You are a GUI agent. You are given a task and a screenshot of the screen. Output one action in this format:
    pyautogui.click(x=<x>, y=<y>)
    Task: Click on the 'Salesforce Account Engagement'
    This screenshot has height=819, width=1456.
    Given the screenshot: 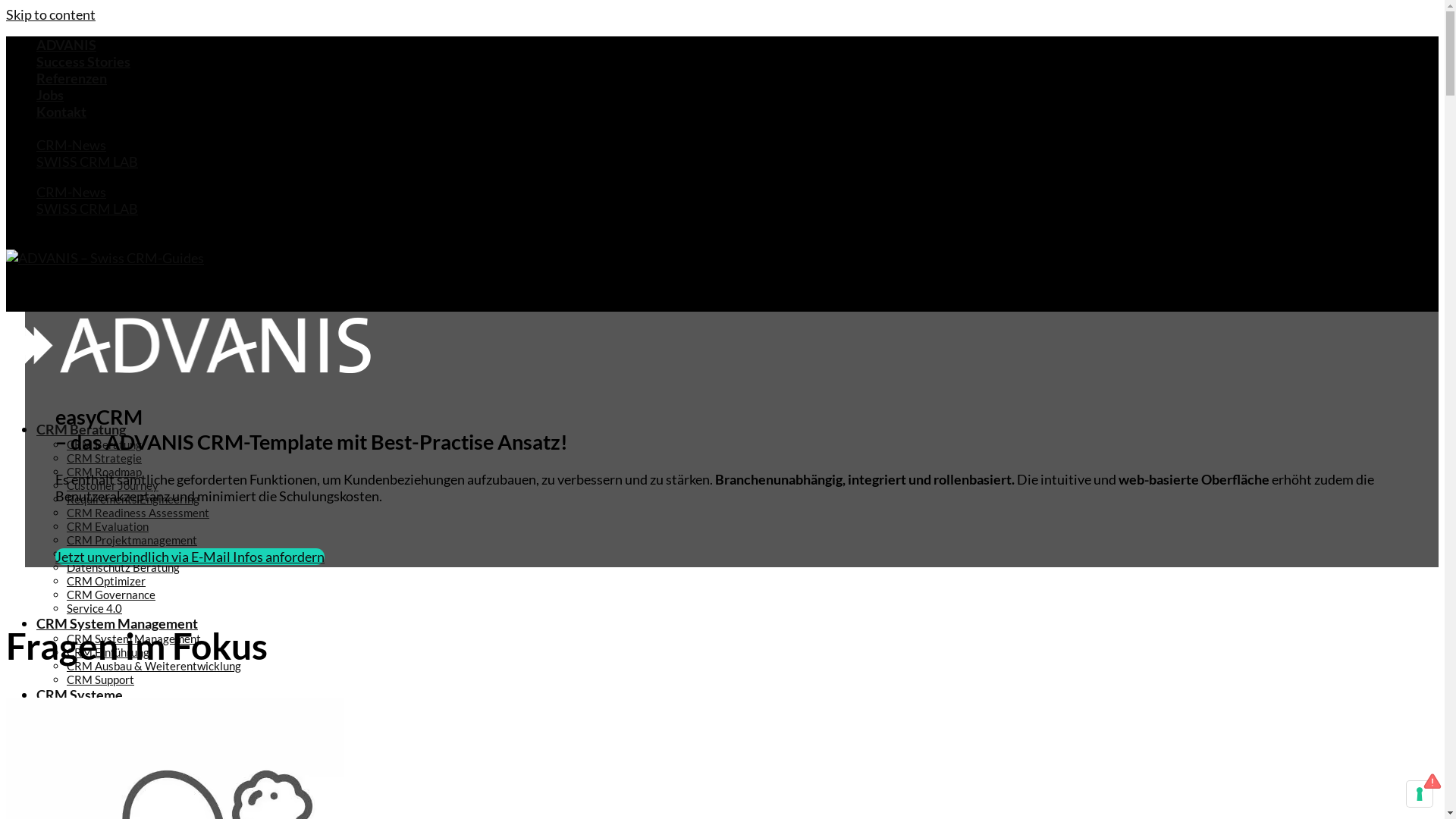 What is the action you would take?
    pyautogui.click(x=96, y=764)
    